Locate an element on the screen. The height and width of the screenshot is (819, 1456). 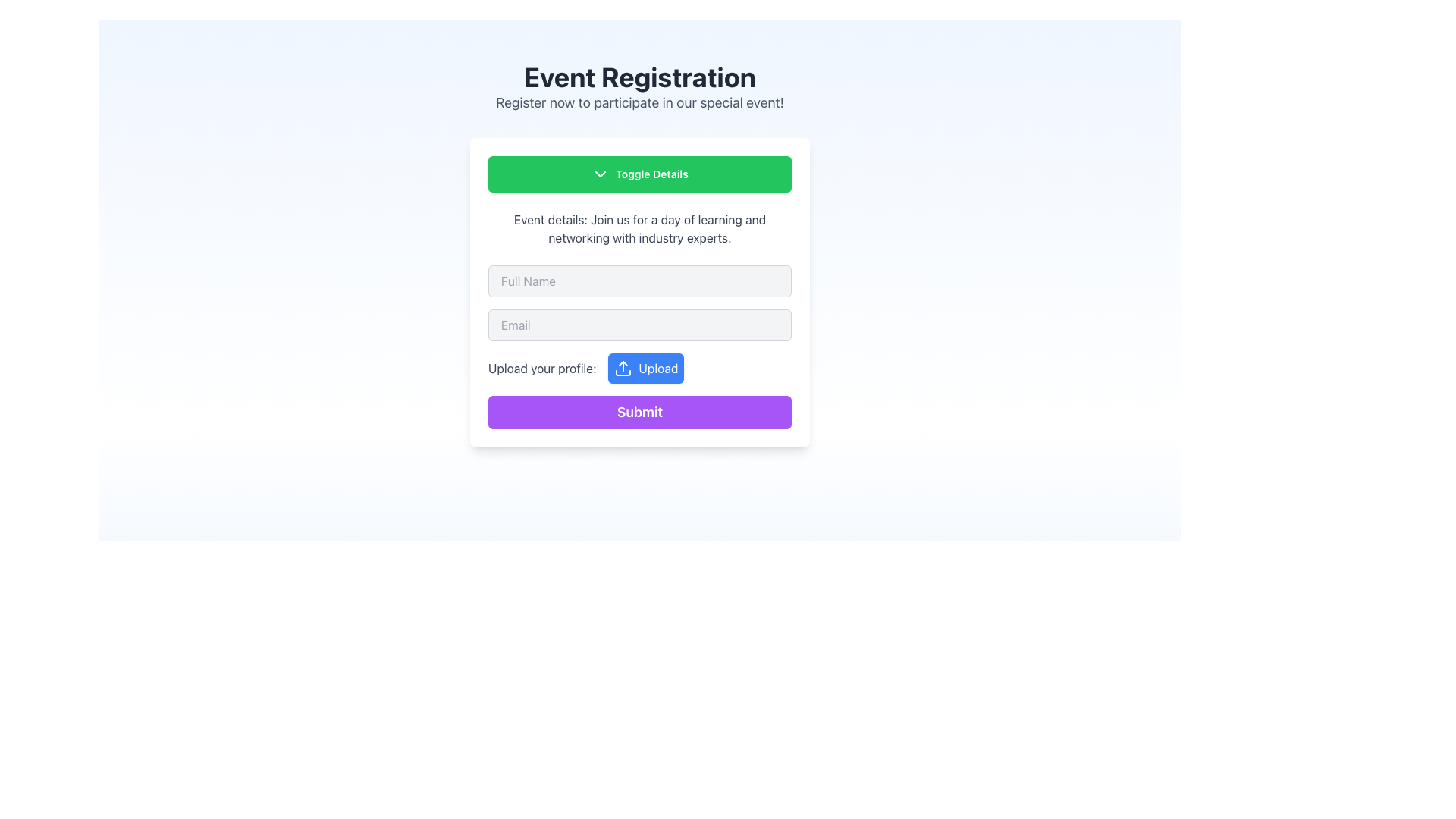
the 'Upload' button, which is blue and rounded, located to the right of the label 'Upload your profile:' is located at coordinates (640, 369).